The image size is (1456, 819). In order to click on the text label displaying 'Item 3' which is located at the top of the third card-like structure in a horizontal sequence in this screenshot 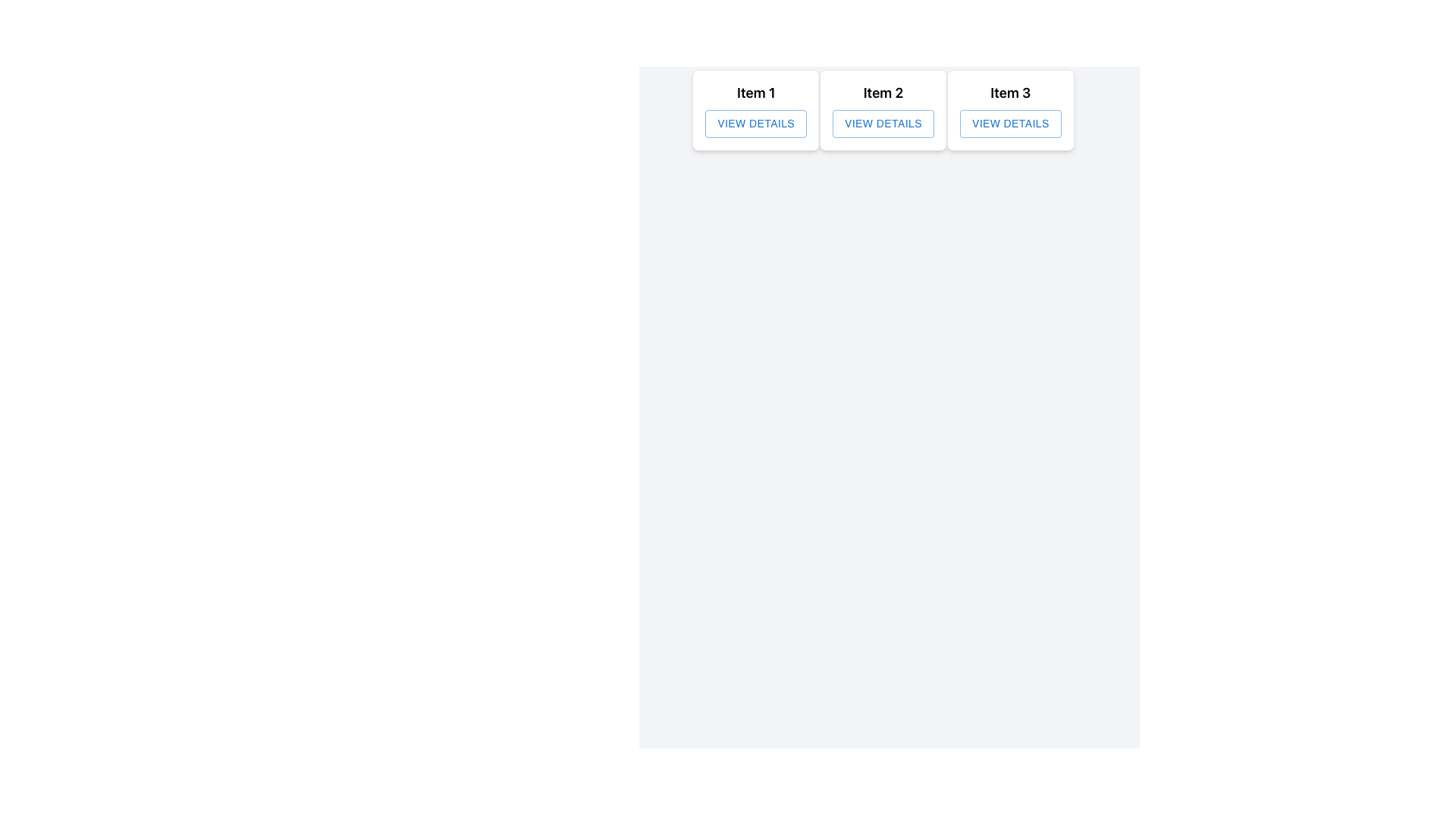, I will do `click(1010, 93)`.